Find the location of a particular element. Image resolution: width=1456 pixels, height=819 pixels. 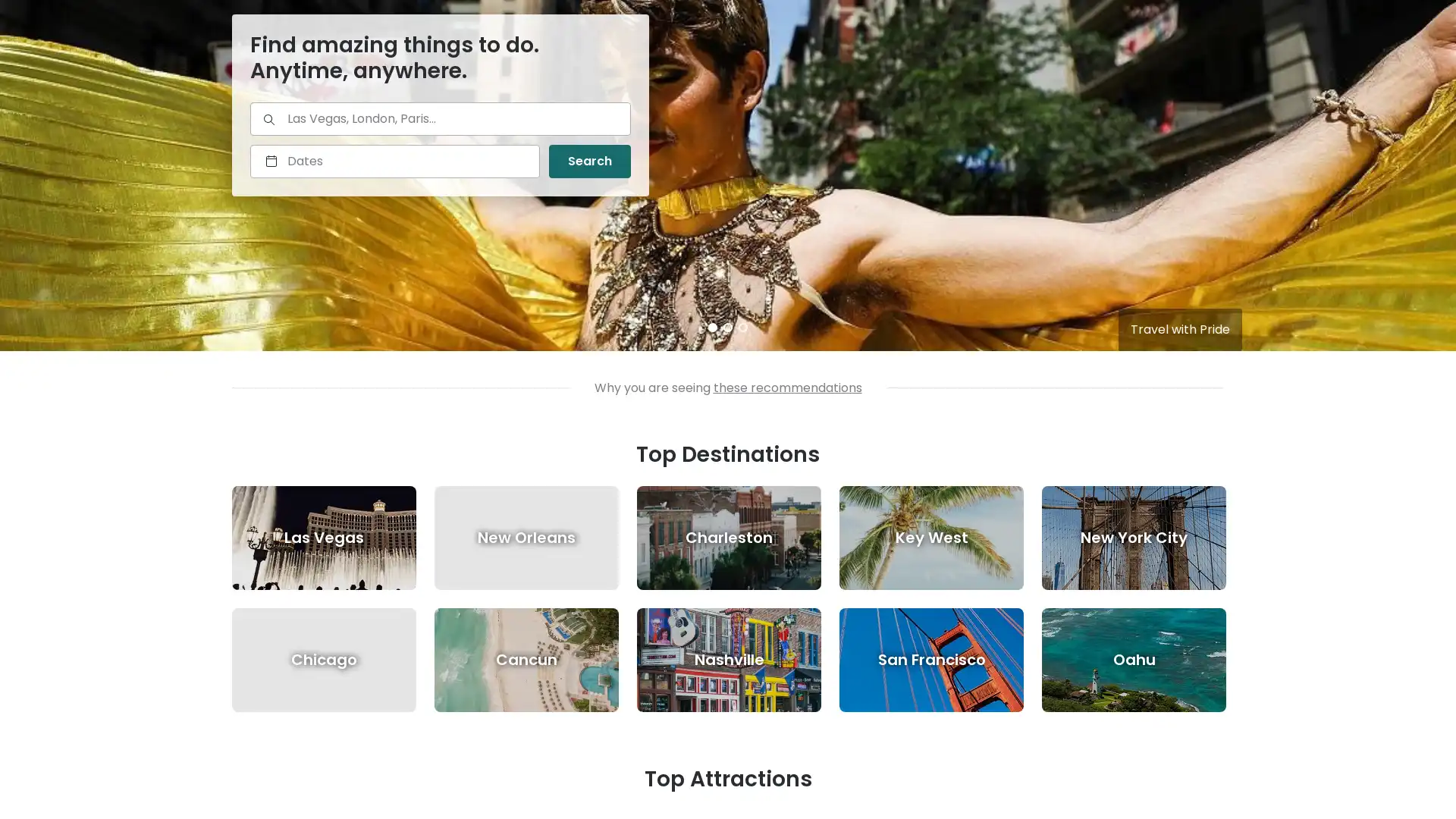

Search is located at coordinates (588, 161).